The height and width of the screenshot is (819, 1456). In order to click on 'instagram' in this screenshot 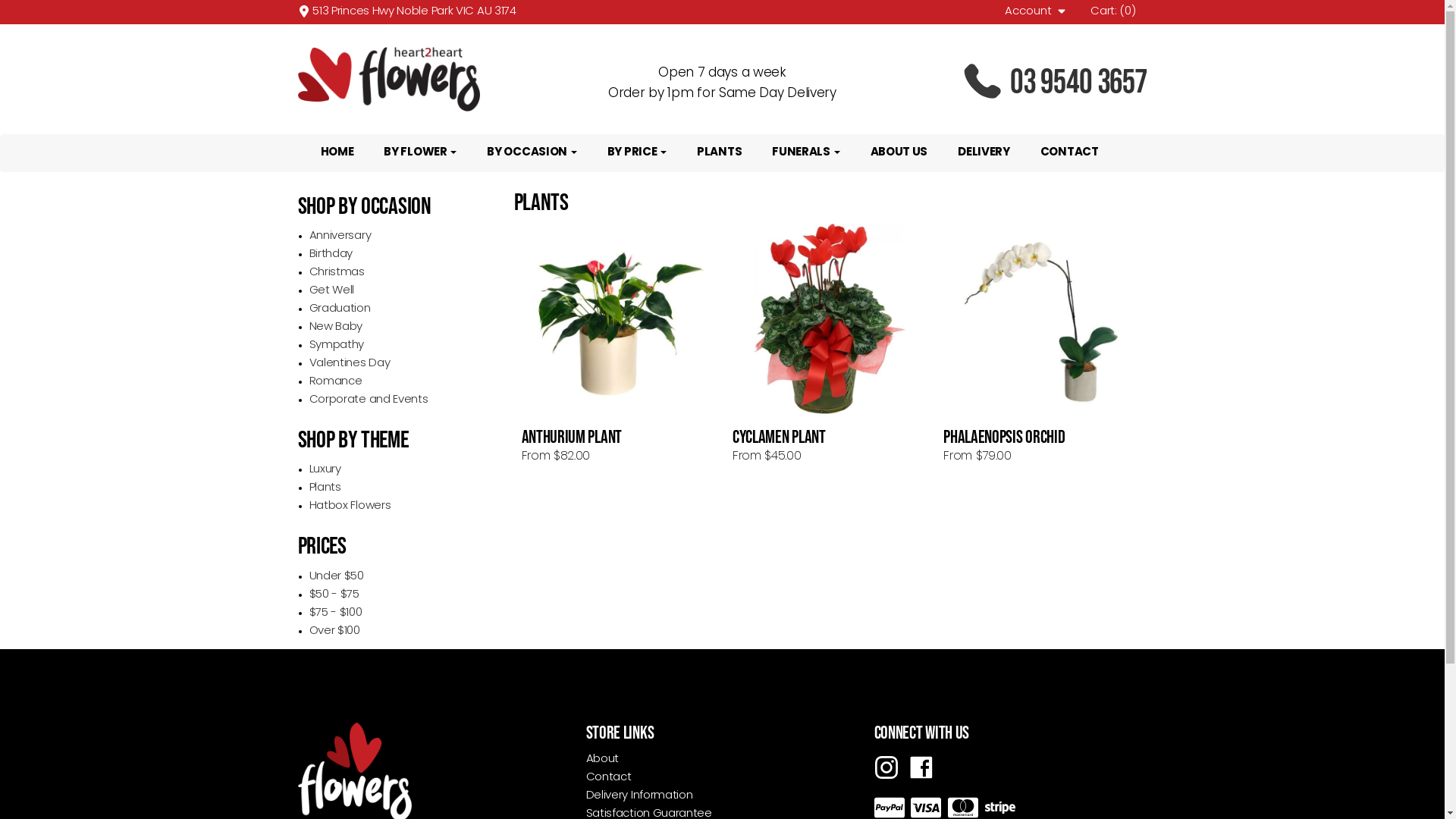, I will do `click(885, 767)`.